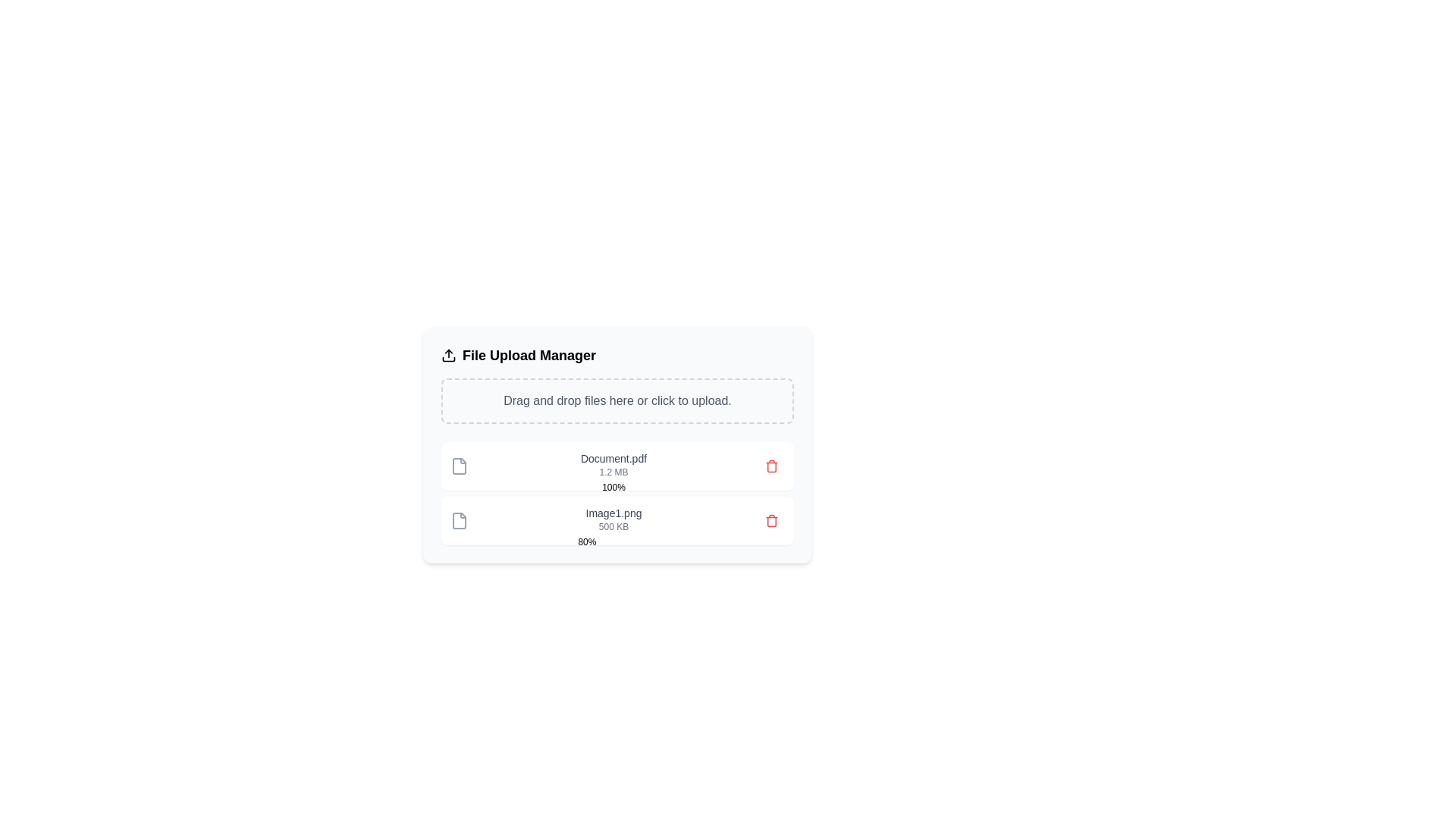  Describe the element at coordinates (771, 465) in the screenshot. I see `the delete icon button located to the right of the associated file item row in the file upload manager interface` at that location.